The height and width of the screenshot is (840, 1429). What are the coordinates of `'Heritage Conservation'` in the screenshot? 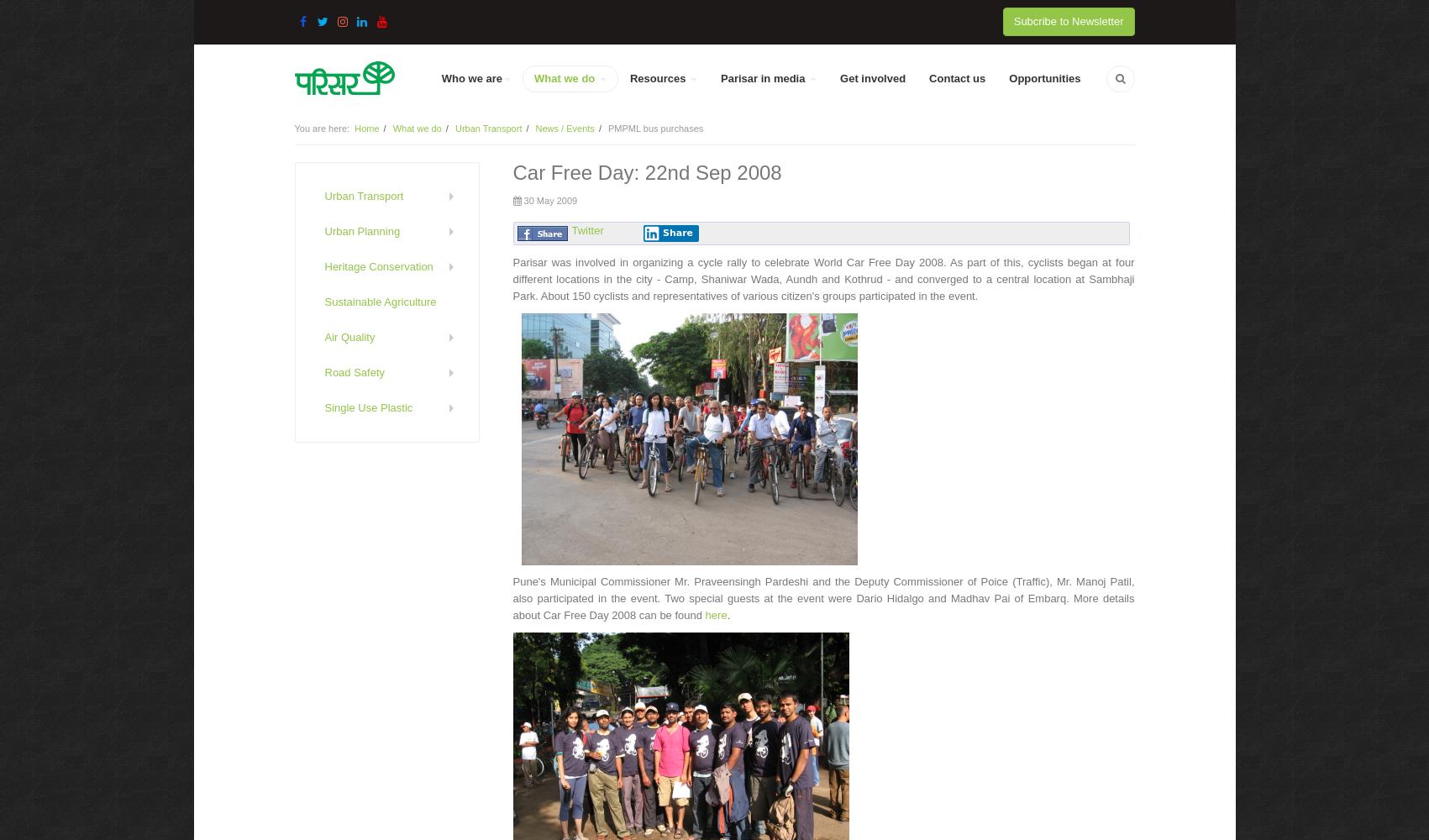 It's located at (377, 265).